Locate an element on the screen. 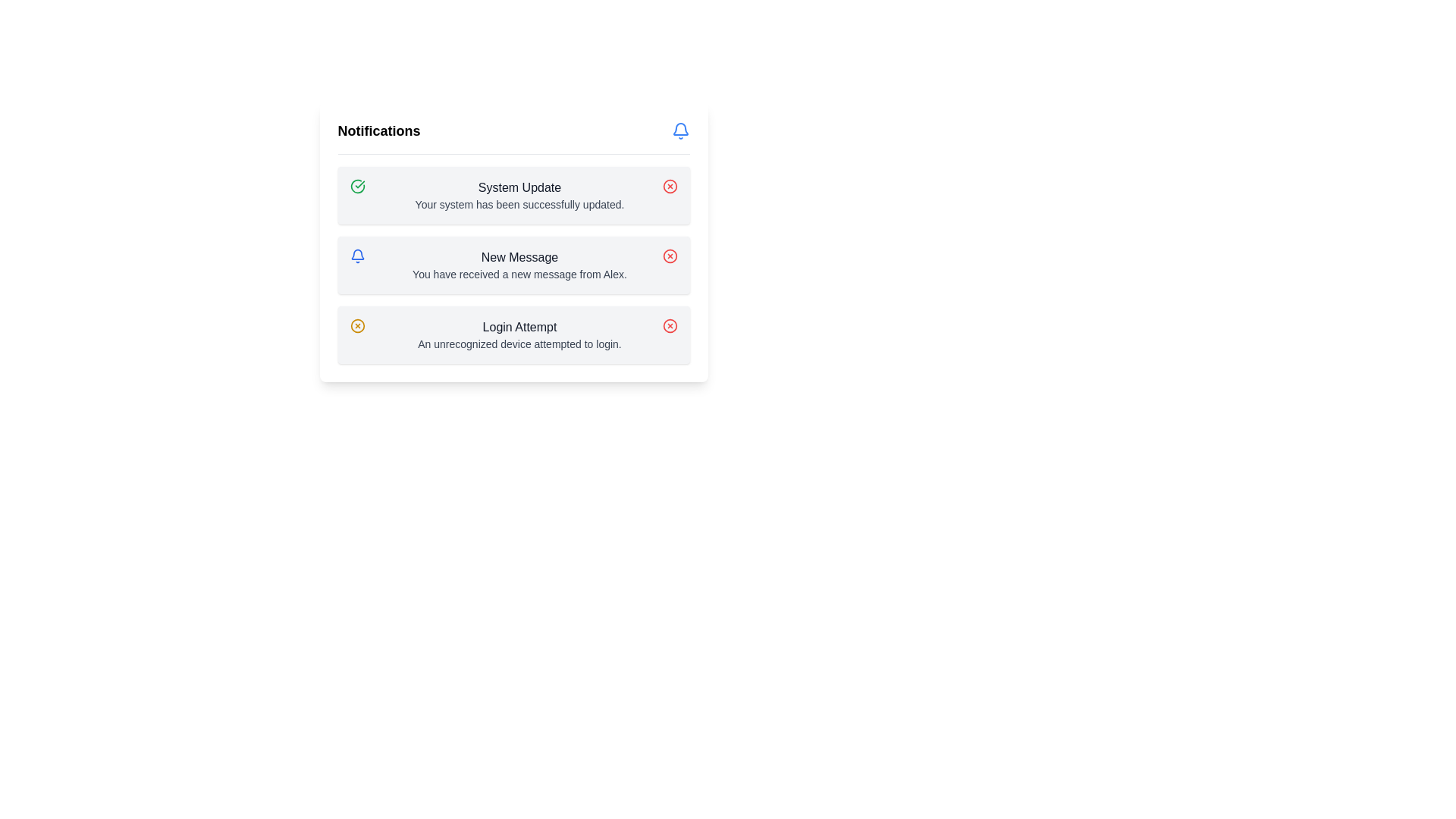 The height and width of the screenshot is (819, 1456). the circular red outlined icon with an 'x' symbol in the middle, located in the lower-right corner of the 'Login Attempt' notification card is located at coordinates (669, 325).